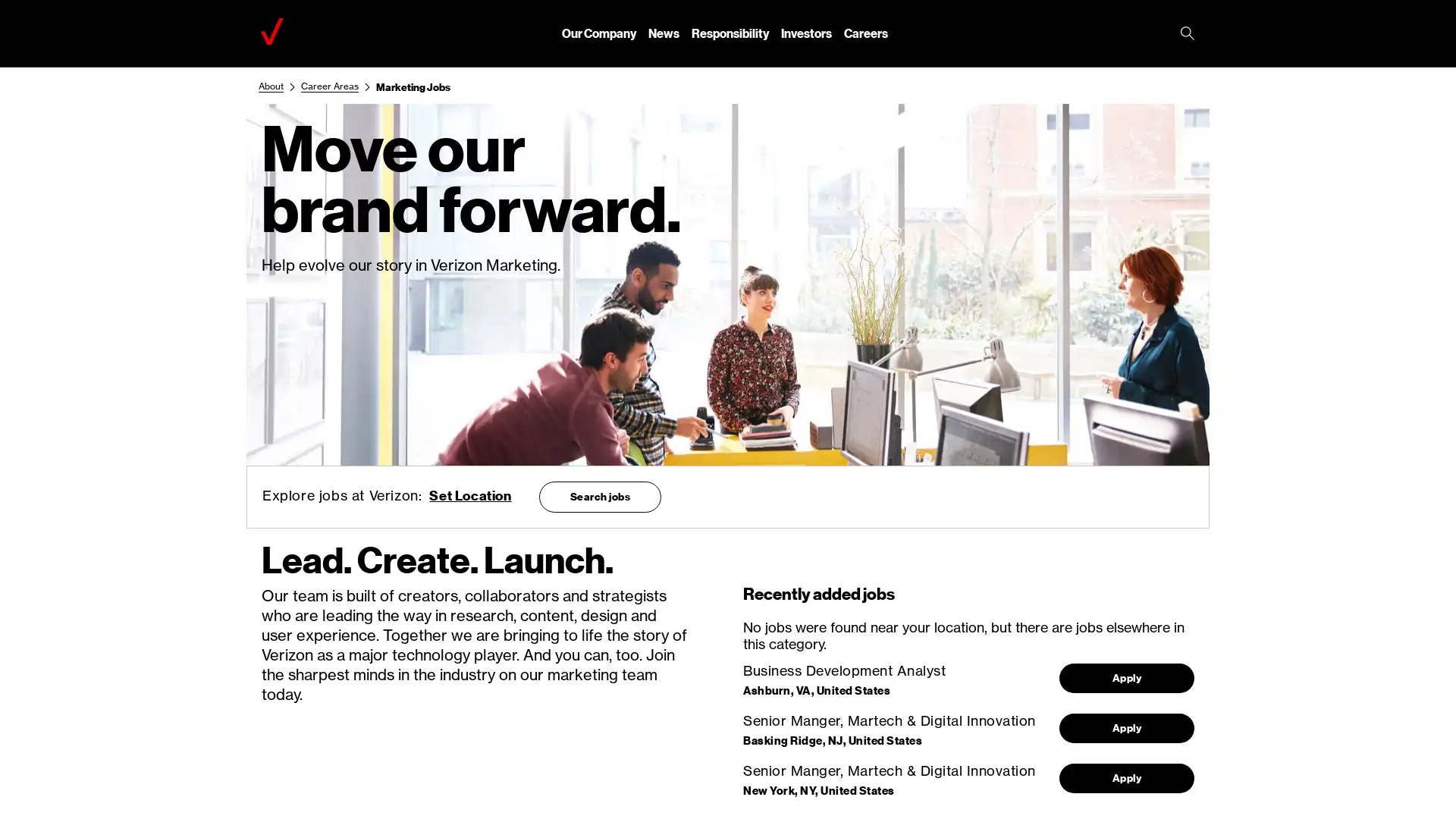  Describe the element at coordinates (664, 33) in the screenshot. I see `News Menu List` at that location.